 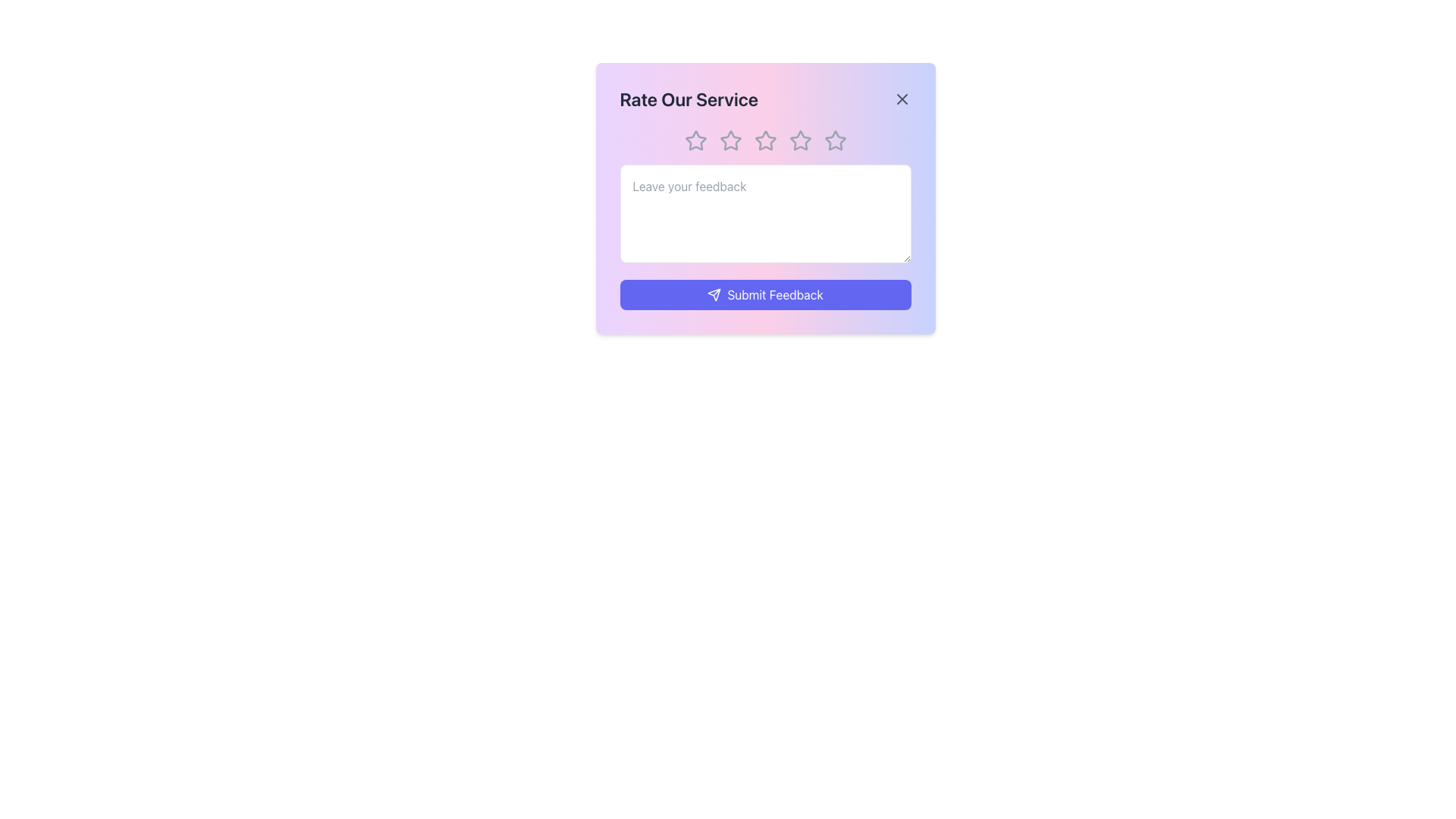 I want to click on the close button located at the top-right corner of the 'Rate Our Service' feedback form, so click(x=902, y=99).